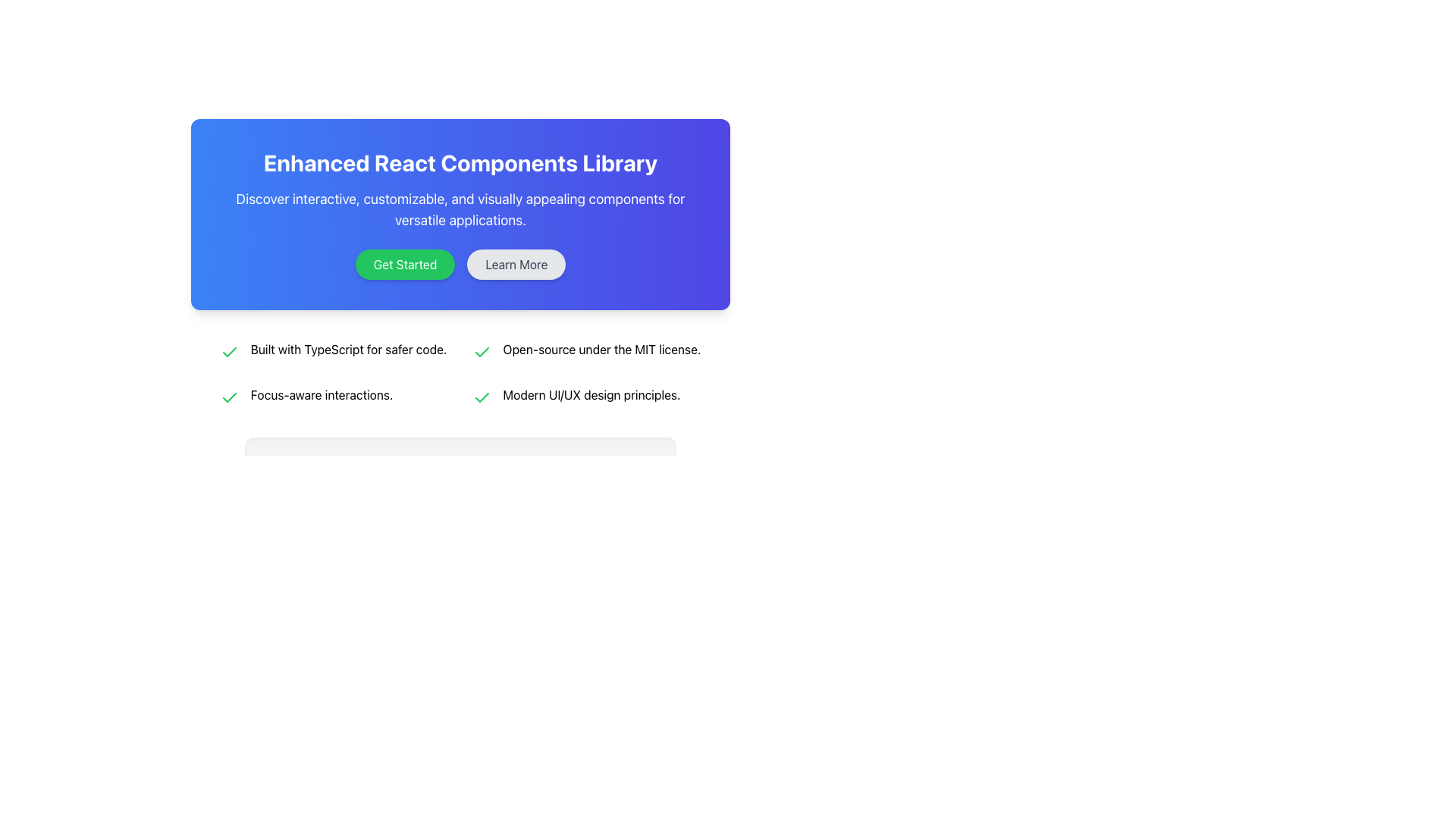 The width and height of the screenshot is (1456, 819). Describe the element at coordinates (481, 397) in the screenshot. I see `the validation icon that indicates 'Built with TypeScript for safer code.' located to the left of the corresponding text` at that location.